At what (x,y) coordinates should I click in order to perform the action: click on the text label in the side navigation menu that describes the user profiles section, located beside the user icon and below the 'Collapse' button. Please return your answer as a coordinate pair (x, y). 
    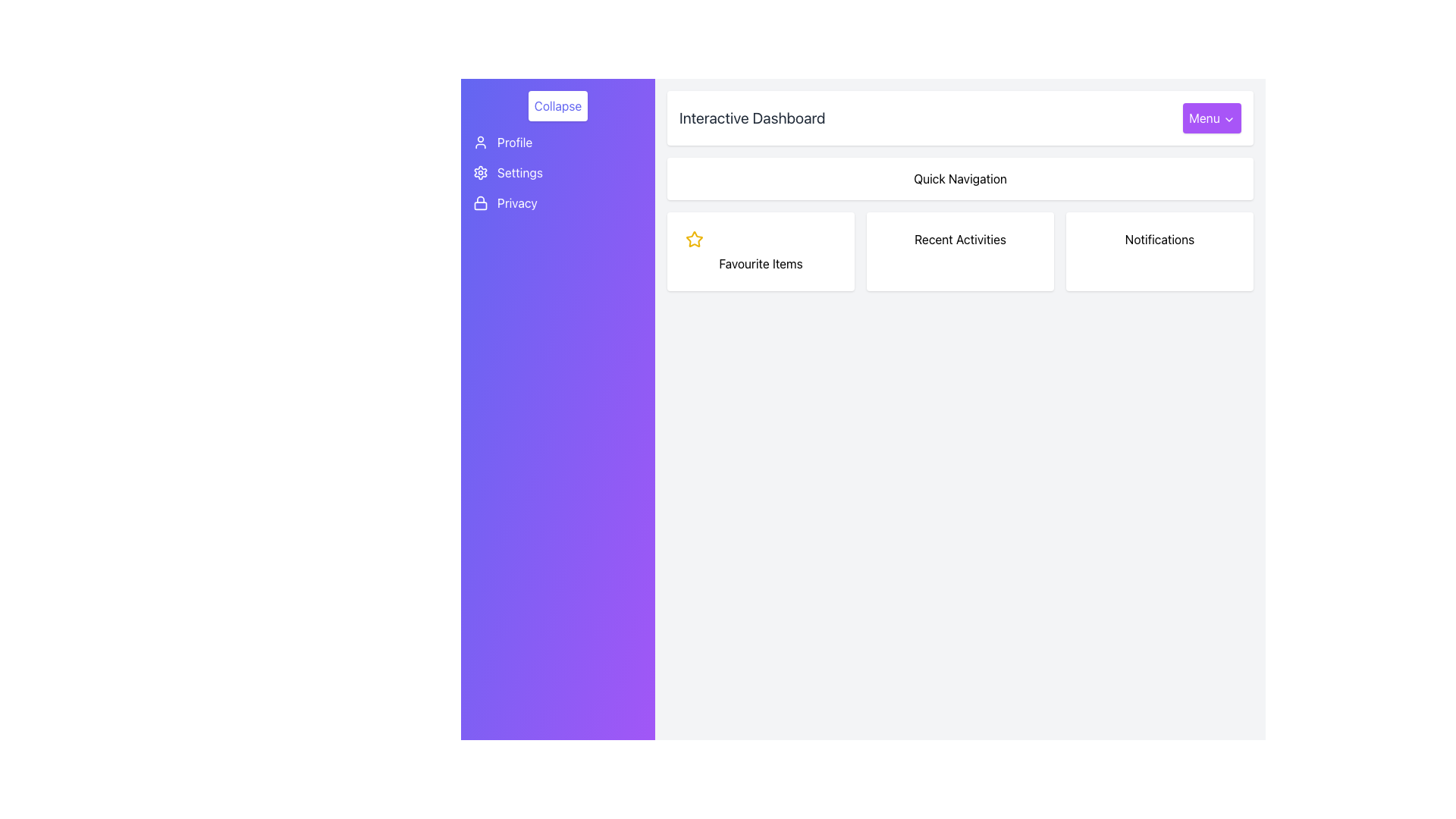
    Looking at the image, I should click on (515, 143).